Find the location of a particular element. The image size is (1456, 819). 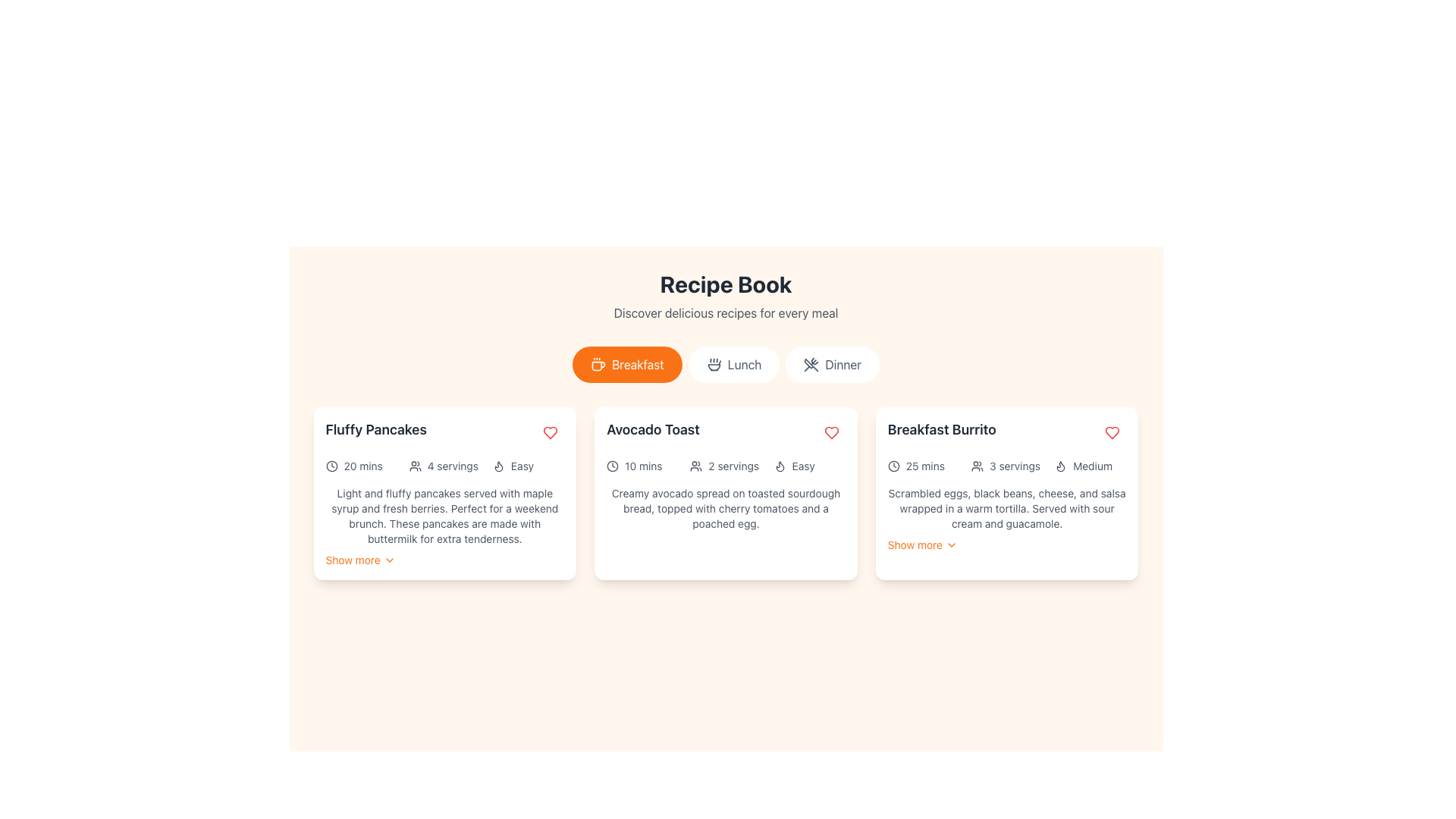

the informational label indicating the difficulty level of the recipe, labeled as 'Easy', located in the bottom row of the leftmost card under 'Fluffy Pancakes' is located at coordinates (528, 465).